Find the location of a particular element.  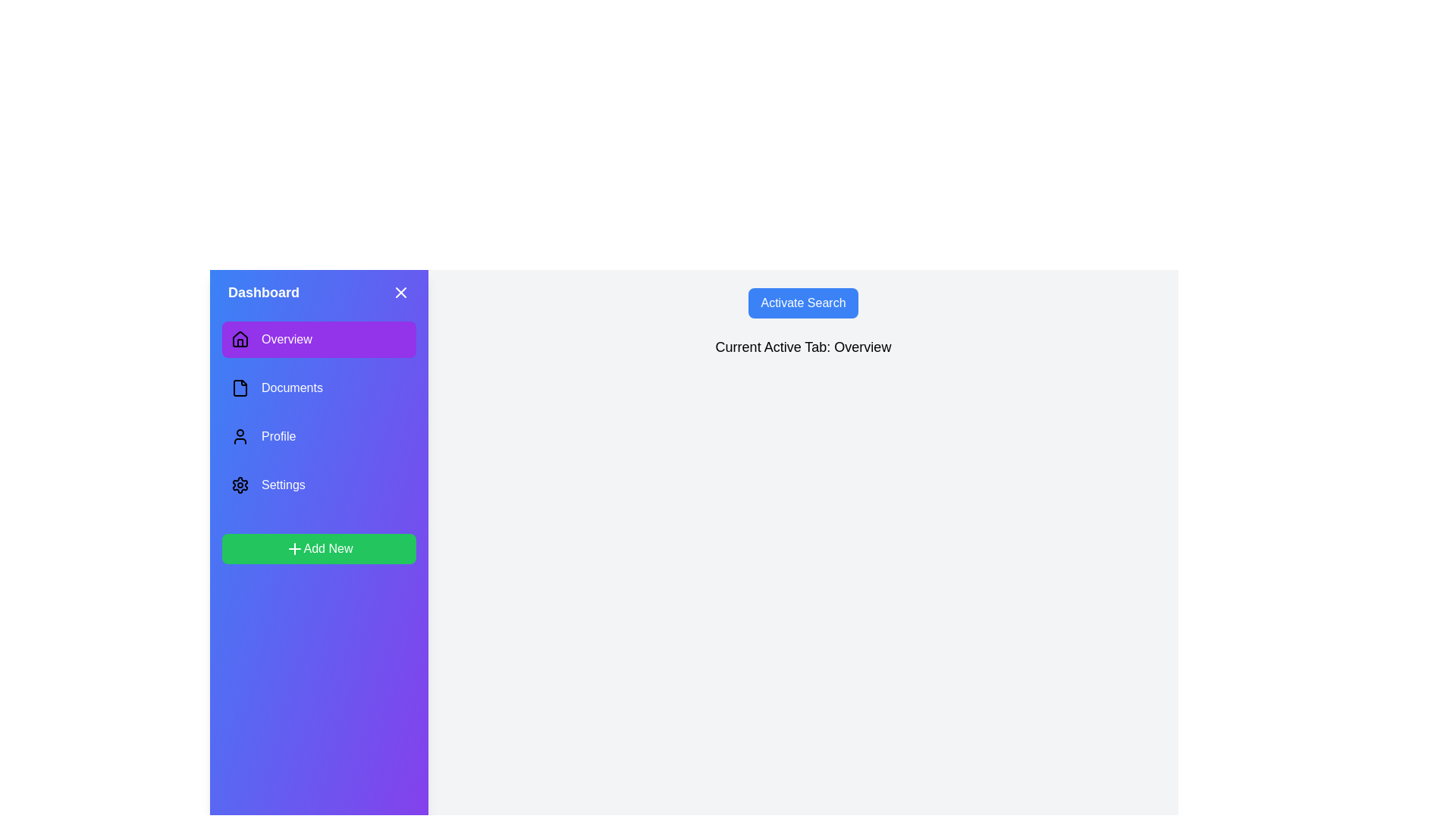

the 'Overview' button with a purple background, which is the first item in the sidebar is located at coordinates (318, 338).